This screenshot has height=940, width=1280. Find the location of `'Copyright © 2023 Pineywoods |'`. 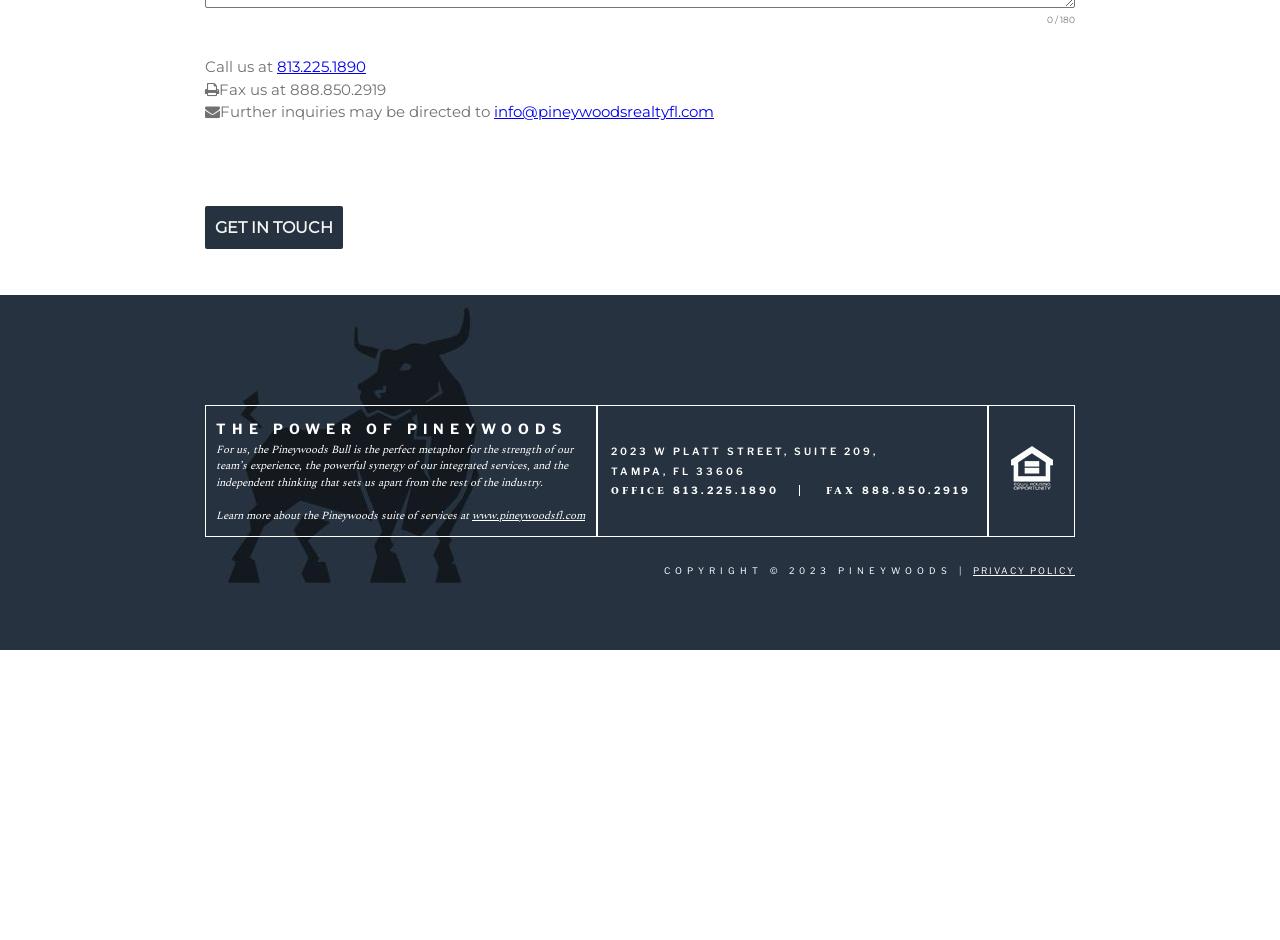

'Copyright © 2023 Pineywoods |' is located at coordinates (818, 570).